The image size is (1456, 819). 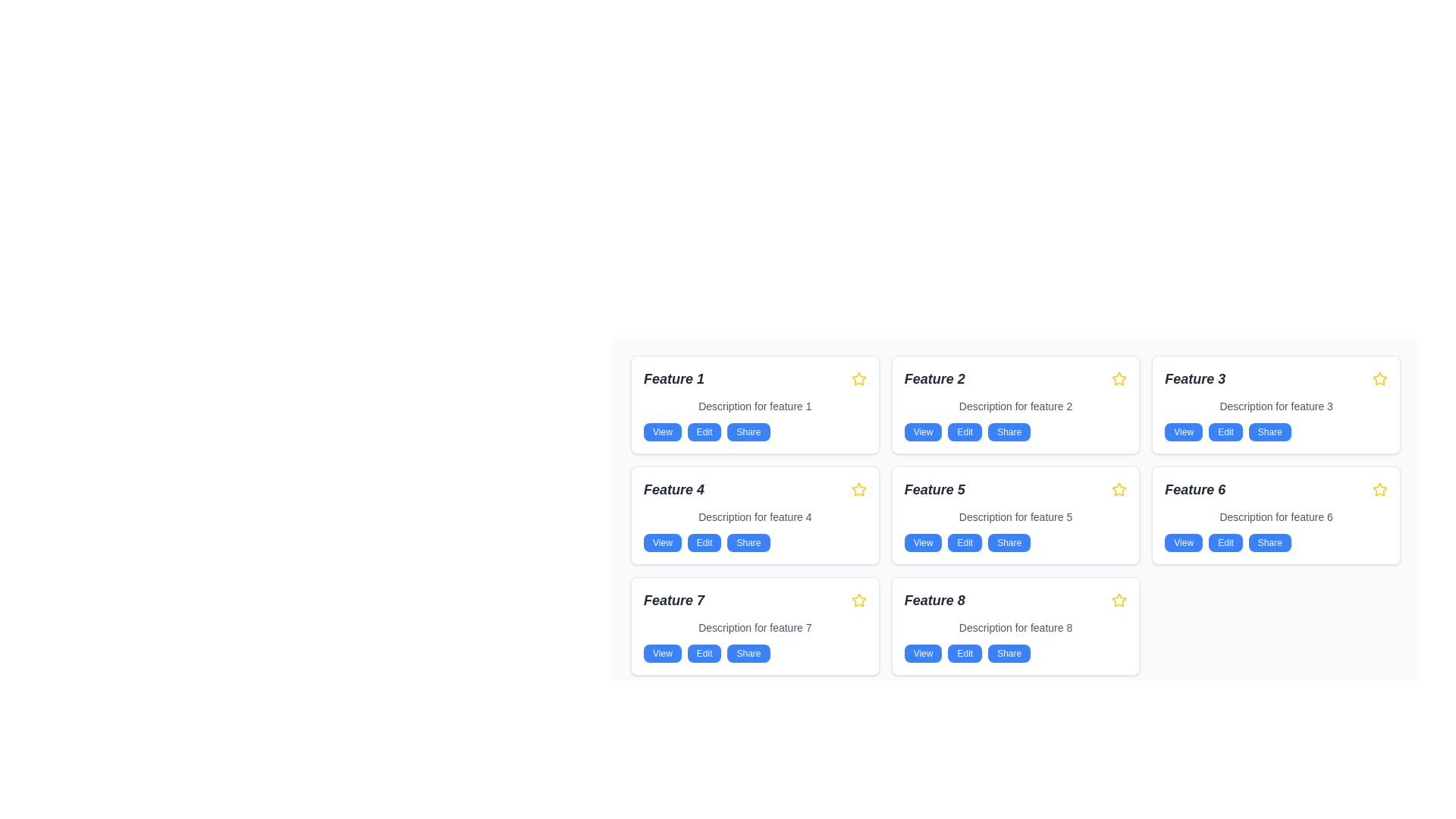 What do you see at coordinates (1379, 489) in the screenshot?
I see `the Star icon located in the top right corner of the card labeled 'Feature 6'` at bounding box center [1379, 489].